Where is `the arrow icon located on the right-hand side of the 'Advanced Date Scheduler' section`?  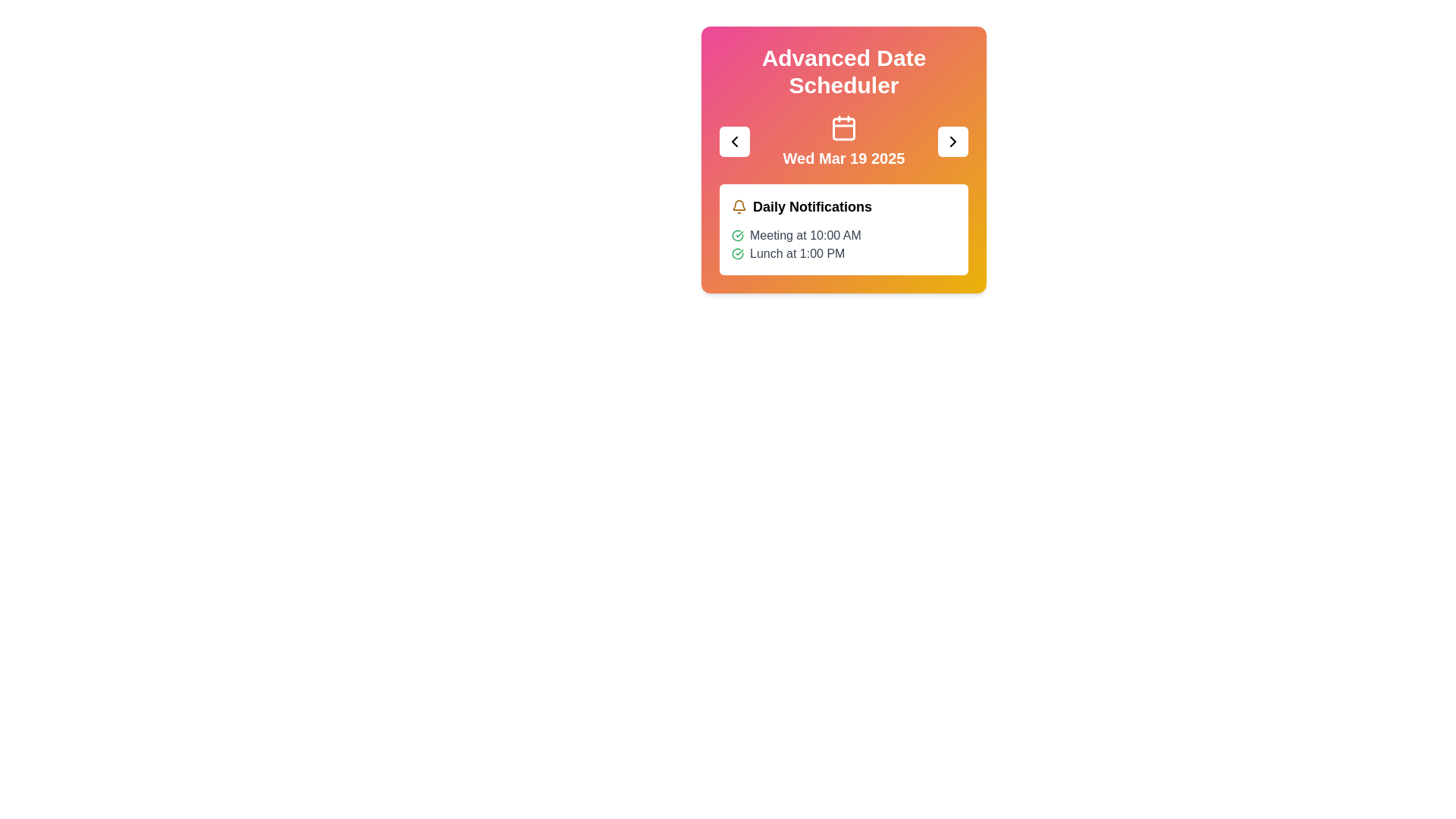 the arrow icon located on the right-hand side of the 'Advanced Date Scheduler' section is located at coordinates (952, 141).